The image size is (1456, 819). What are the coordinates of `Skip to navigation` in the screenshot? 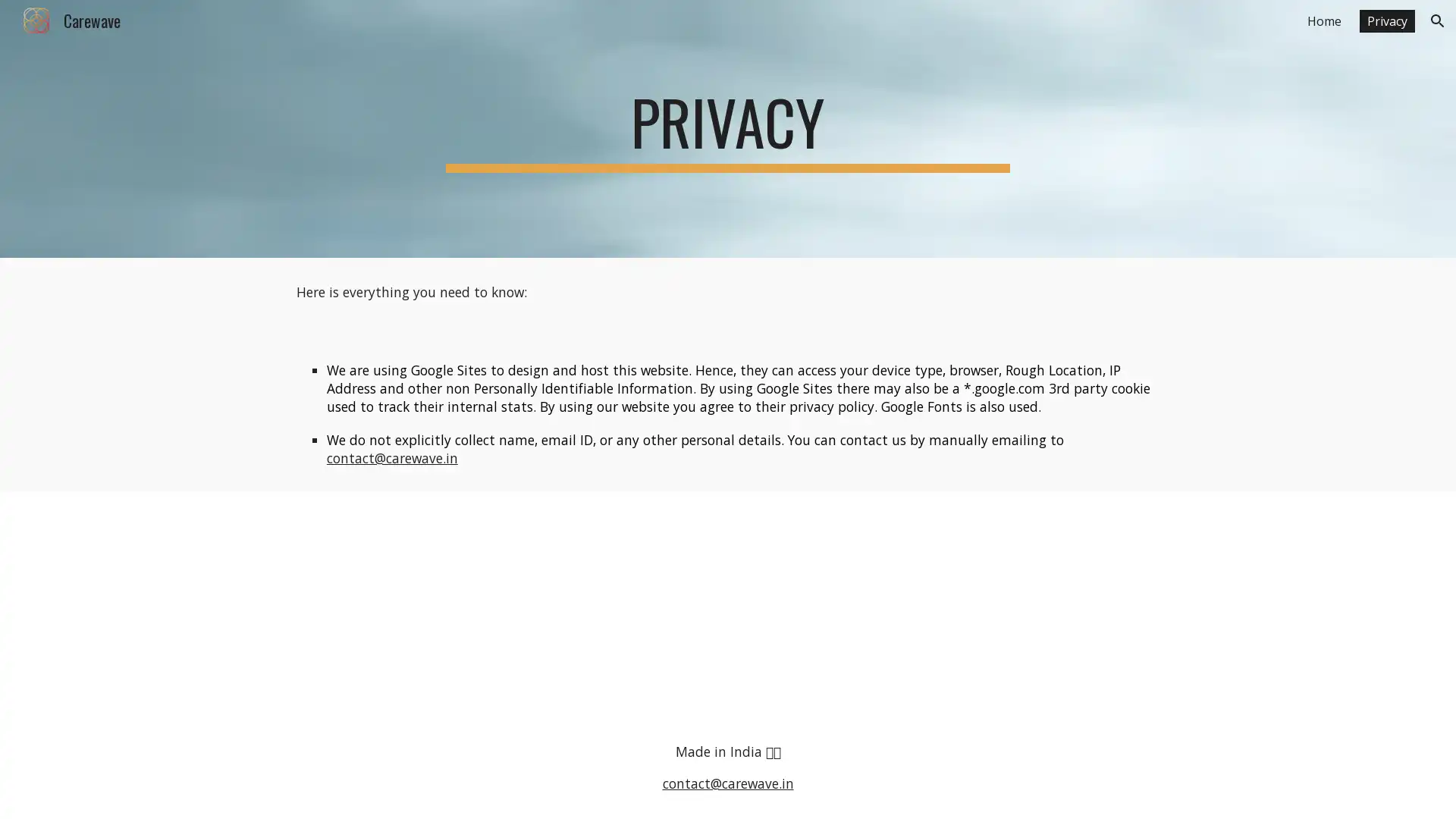 It's located at (864, 28).